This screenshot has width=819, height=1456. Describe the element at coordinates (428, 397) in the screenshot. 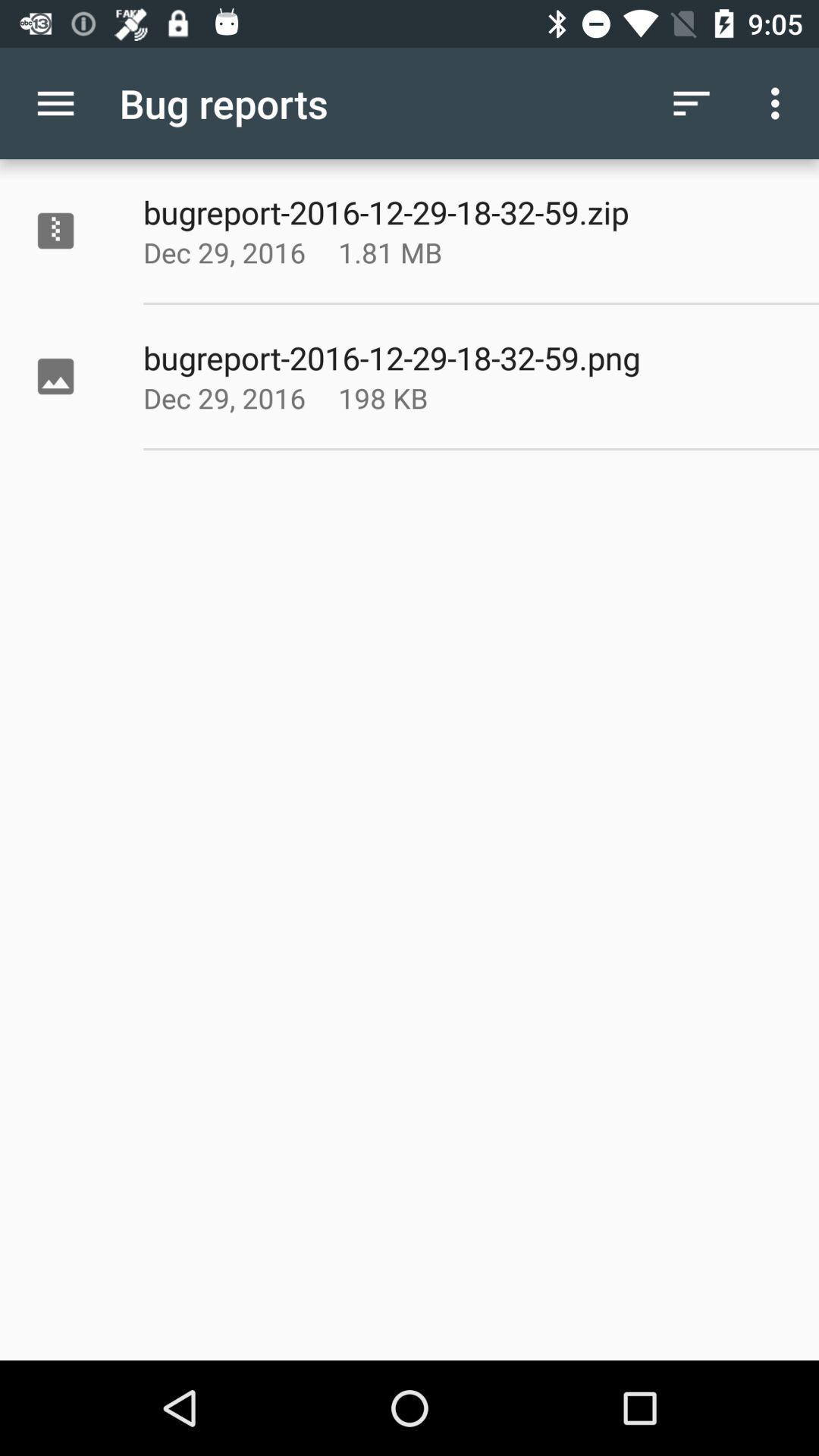

I see `icon below the bugreport 2016 12 icon` at that location.